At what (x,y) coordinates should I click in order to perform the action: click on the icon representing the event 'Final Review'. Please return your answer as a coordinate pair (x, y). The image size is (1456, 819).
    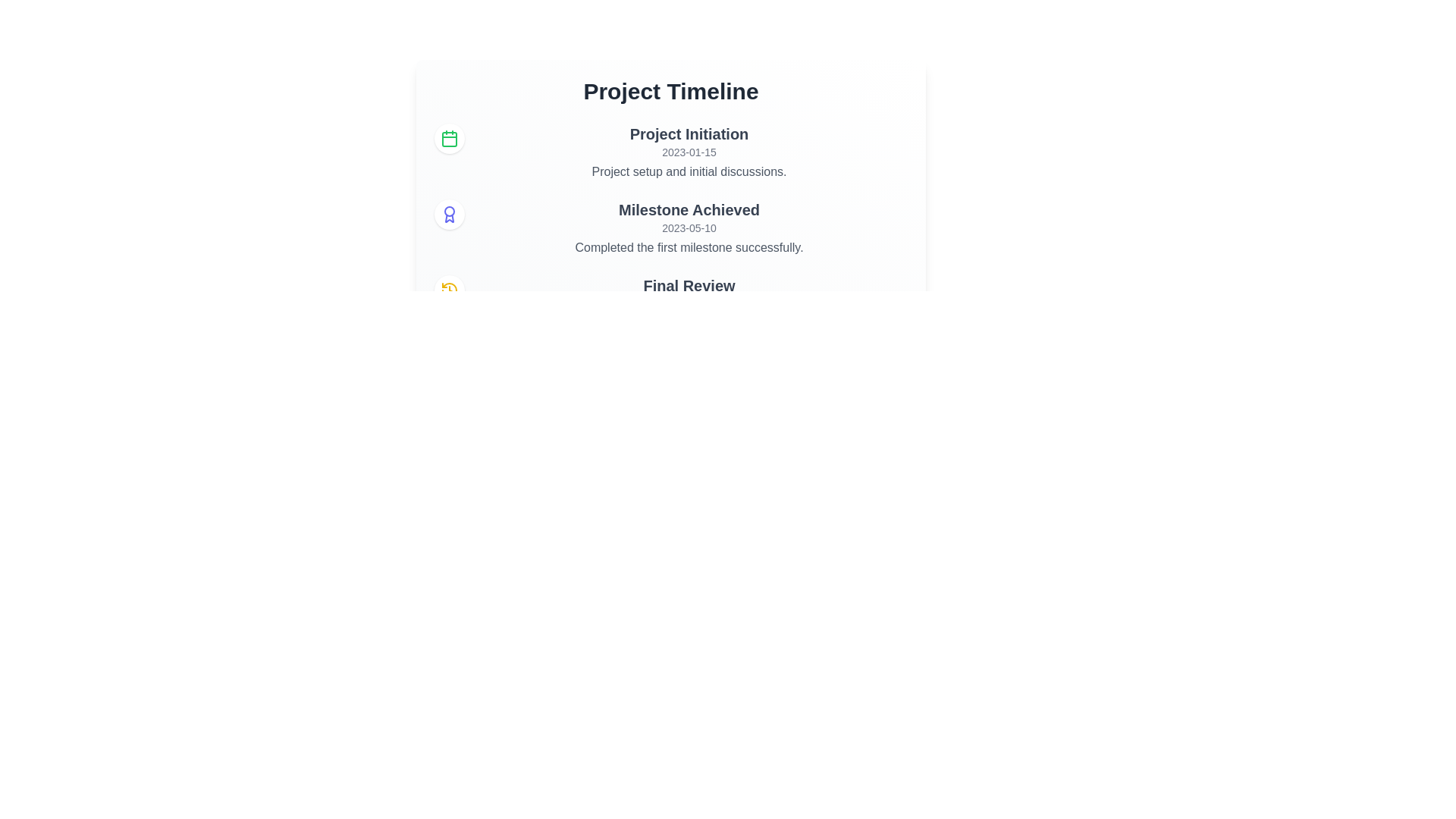
    Looking at the image, I should click on (449, 290).